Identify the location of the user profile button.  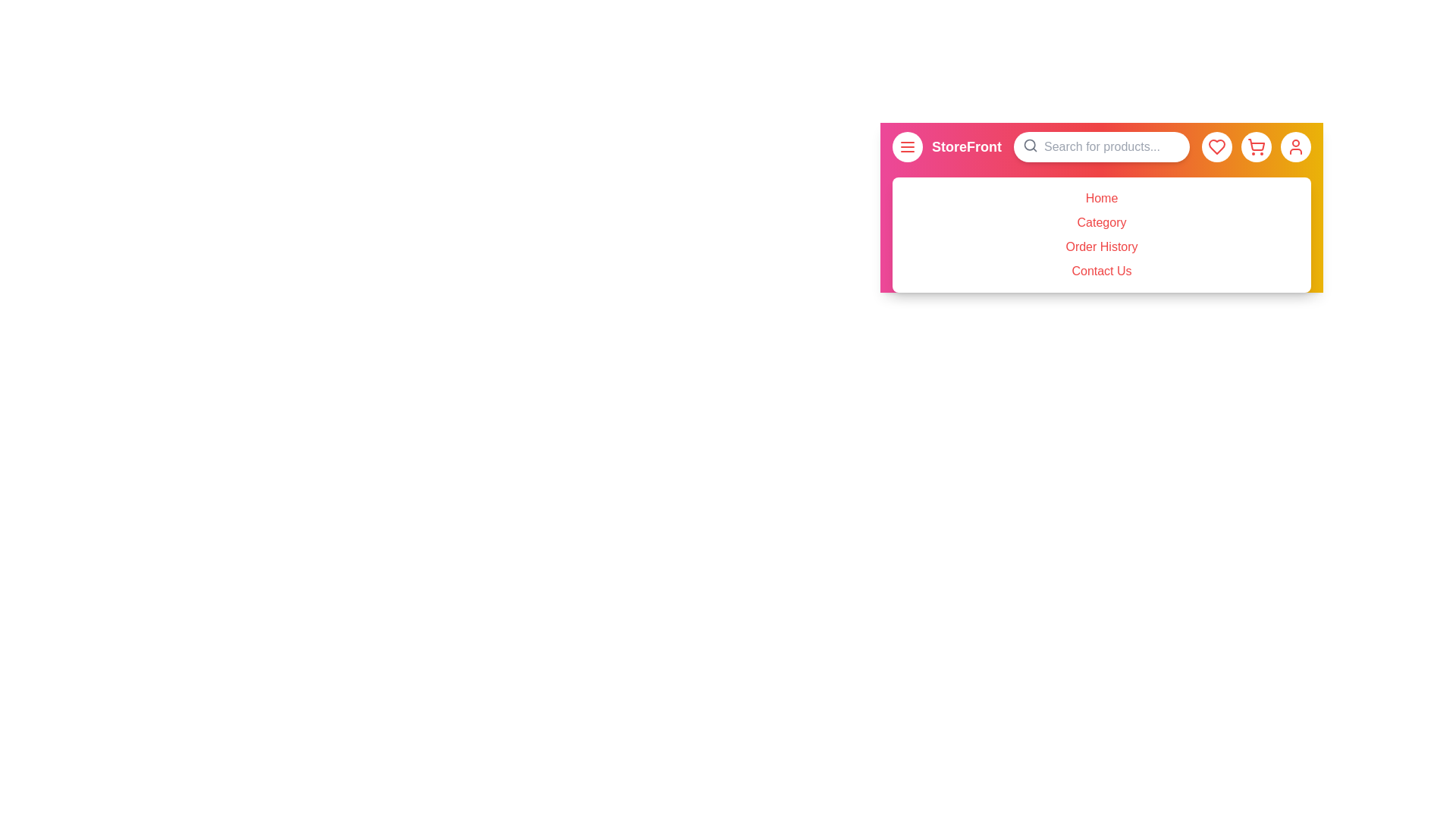
(1294, 146).